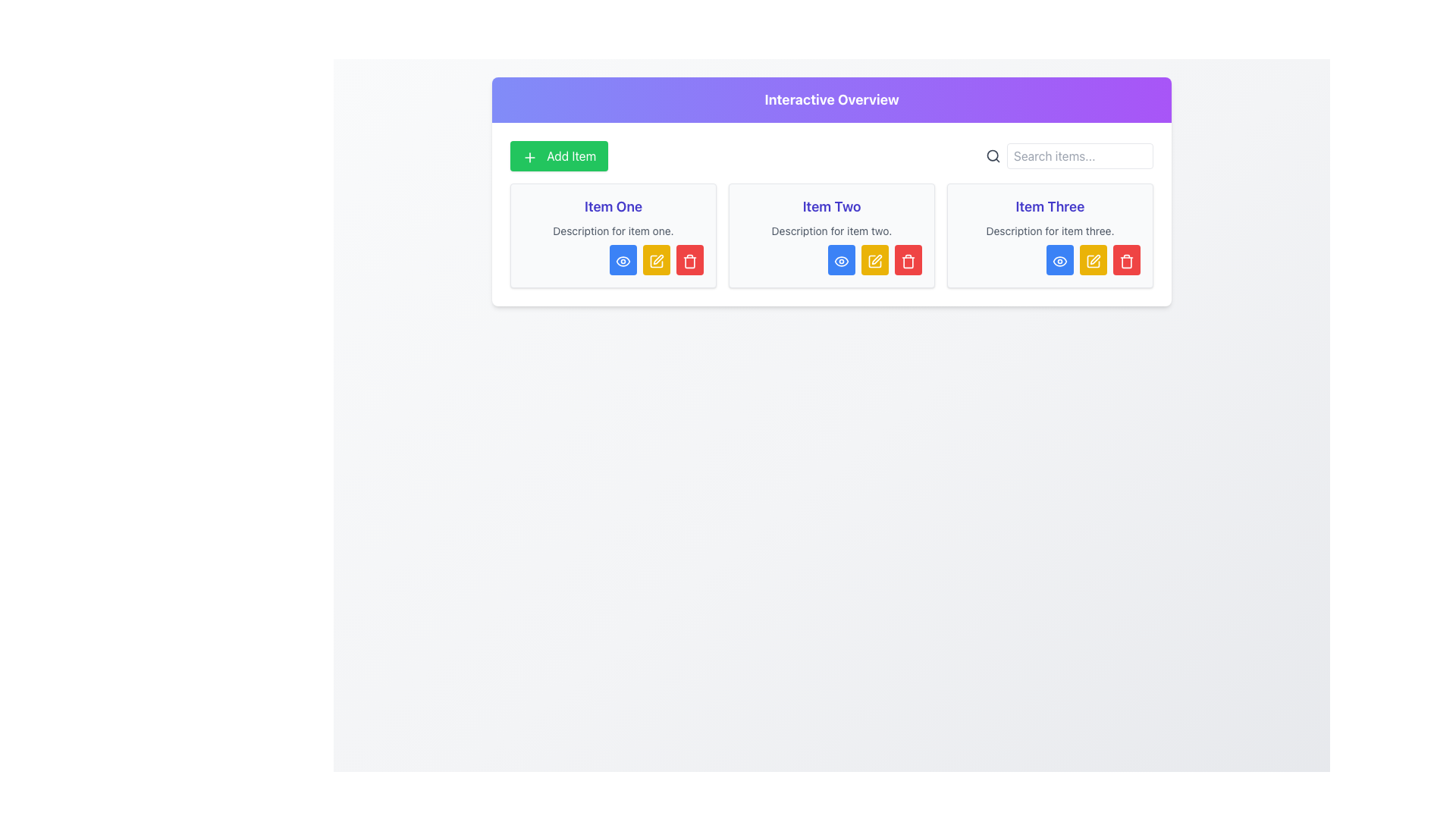 Image resolution: width=1456 pixels, height=819 pixels. Describe the element at coordinates (877, 259) in the screenshot. I see `the 'Edit' icon located in the action icons section below the 'Item Two' card, which is the second icon from the left following the eye icon` at that location.